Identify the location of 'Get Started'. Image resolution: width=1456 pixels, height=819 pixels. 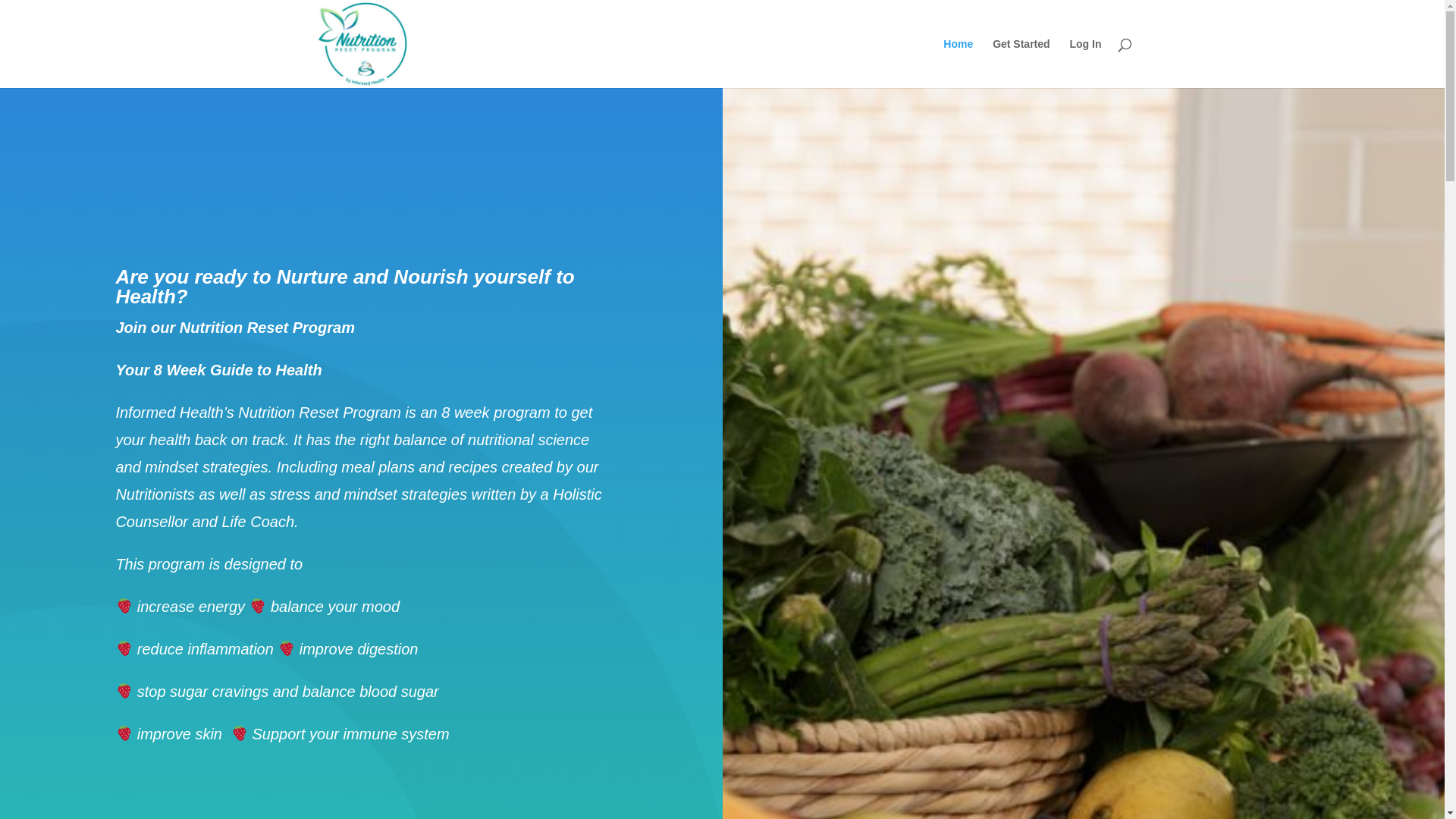
(993, 62).